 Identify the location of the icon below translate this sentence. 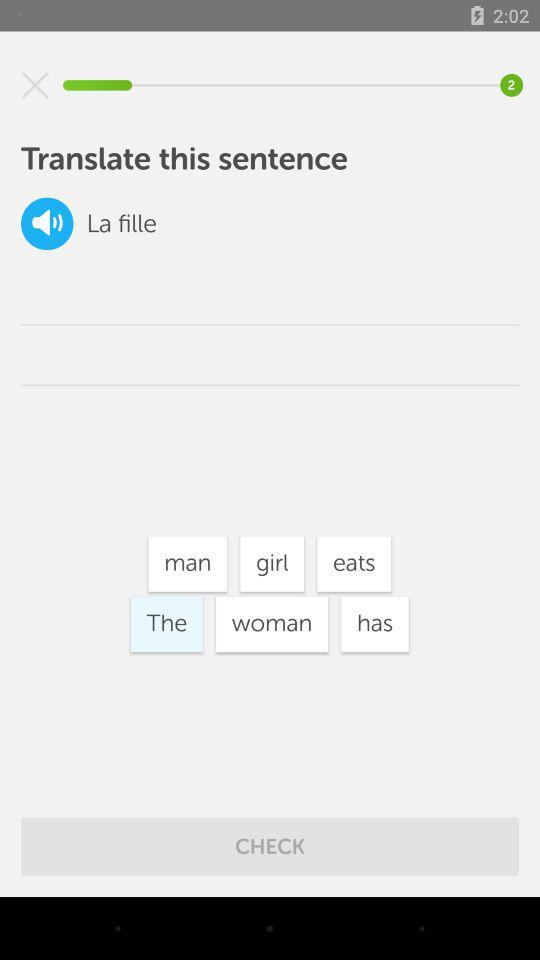
(47, 223).